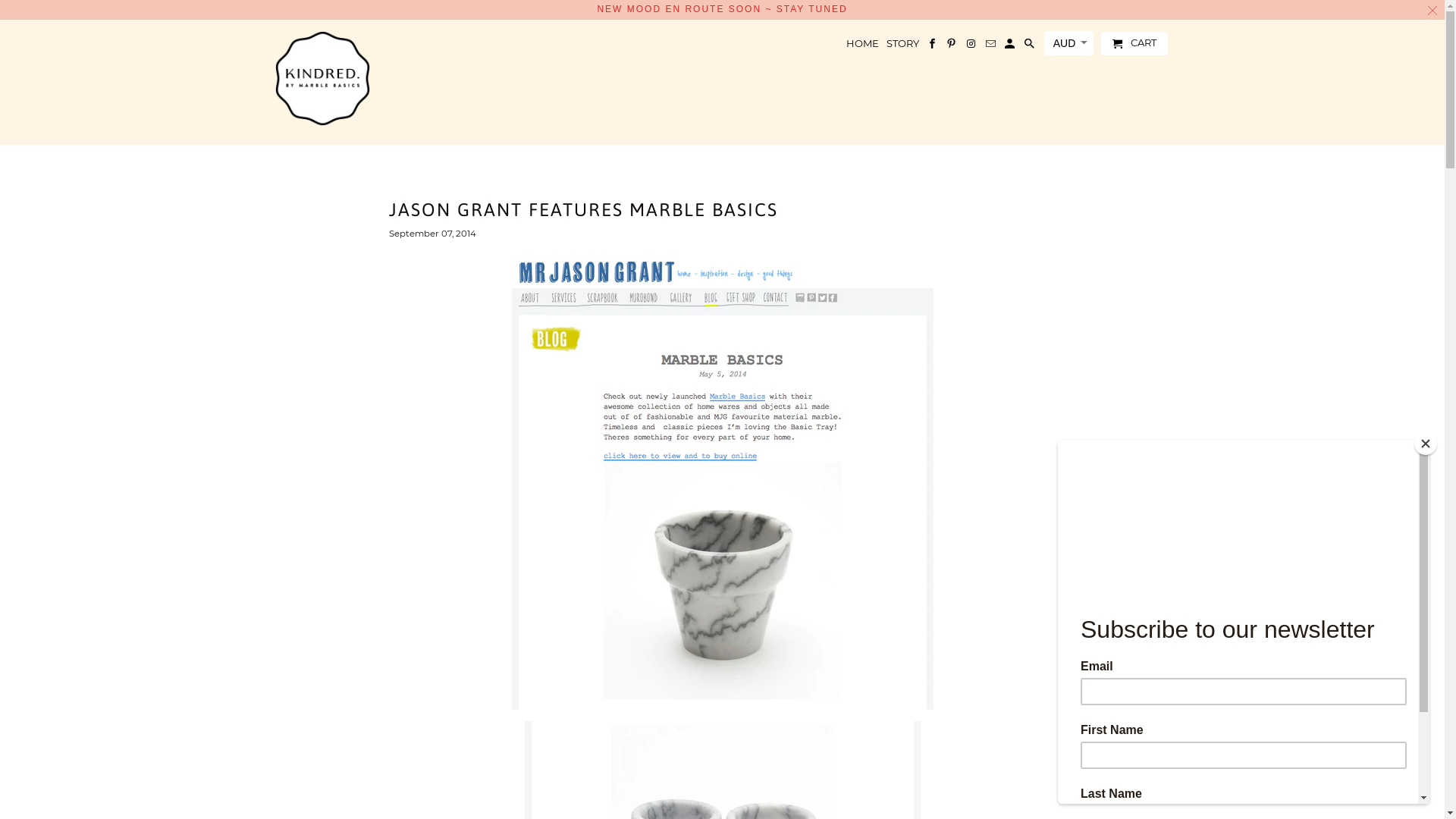 The image size is (1456, 819). What do you see at coordinates (986, 45) in the screenshot?
I see `'Email Marble Basics'` at bounding box center [986, 45].